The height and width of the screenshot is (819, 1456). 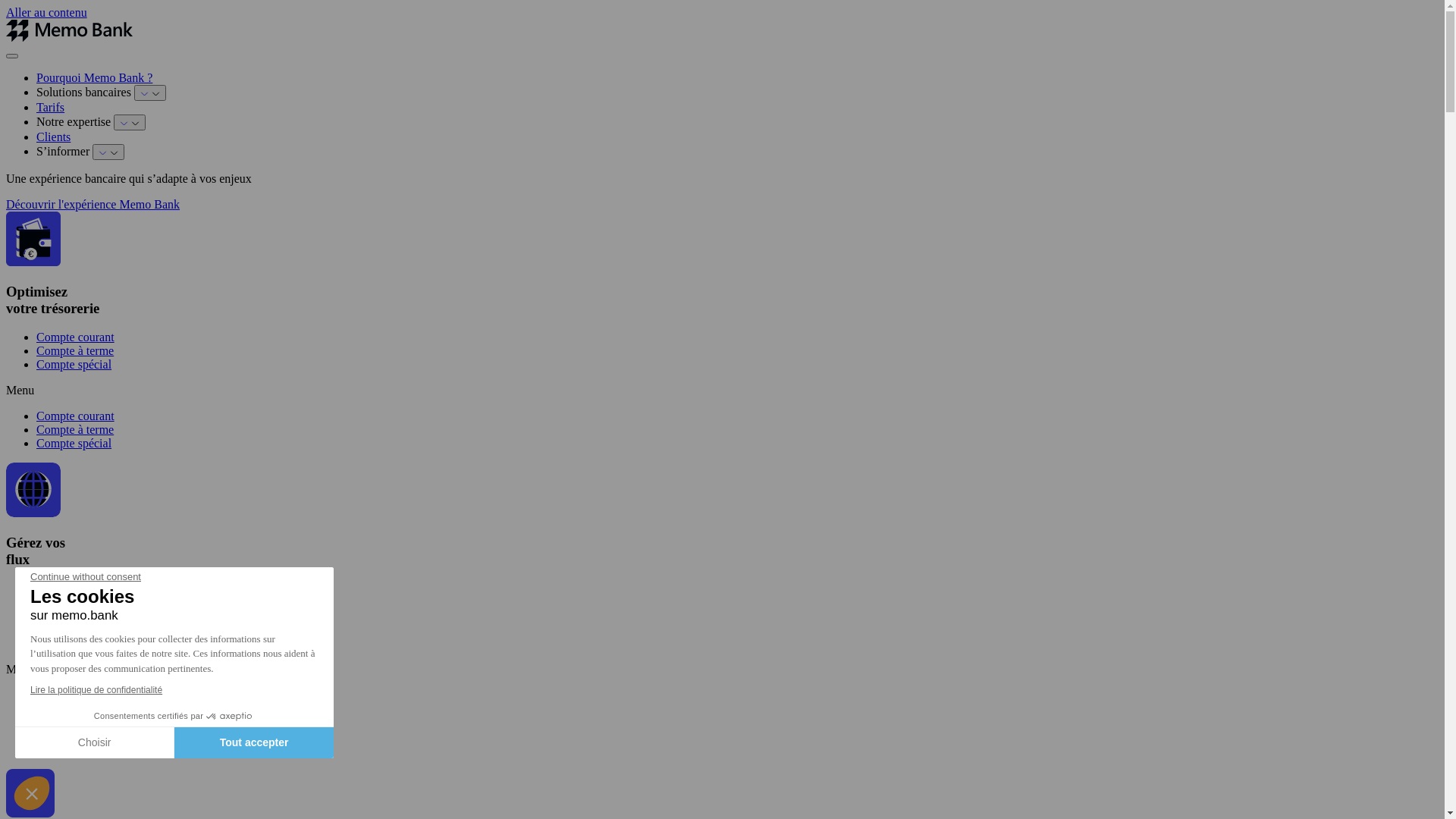 What do you see at coordinates (93, 77) in the screenshot?
I see `'Pourquoi Memo Bank ?'` at bounding box center [93, 77].